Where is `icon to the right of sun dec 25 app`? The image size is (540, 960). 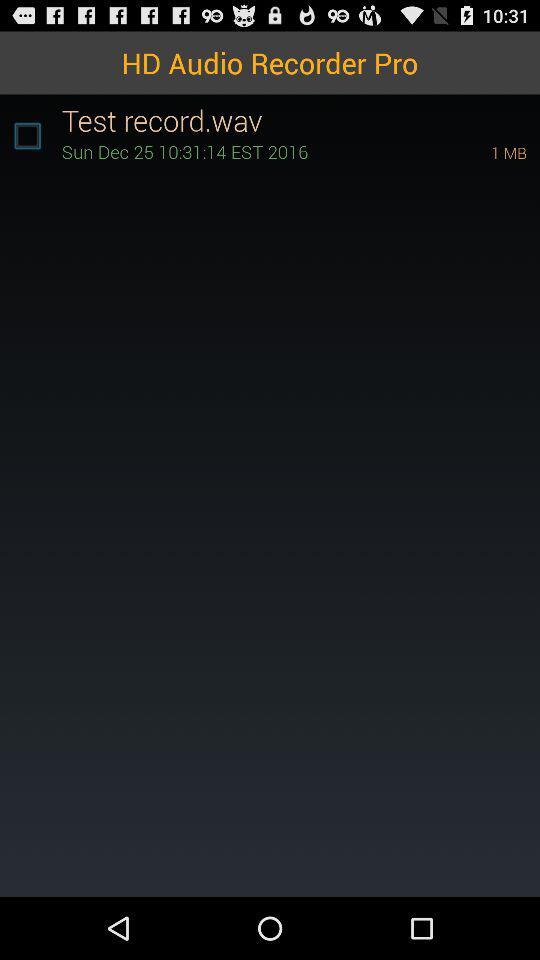 icon to the right of sun dec 25 app is located at coordinates (480, 151).